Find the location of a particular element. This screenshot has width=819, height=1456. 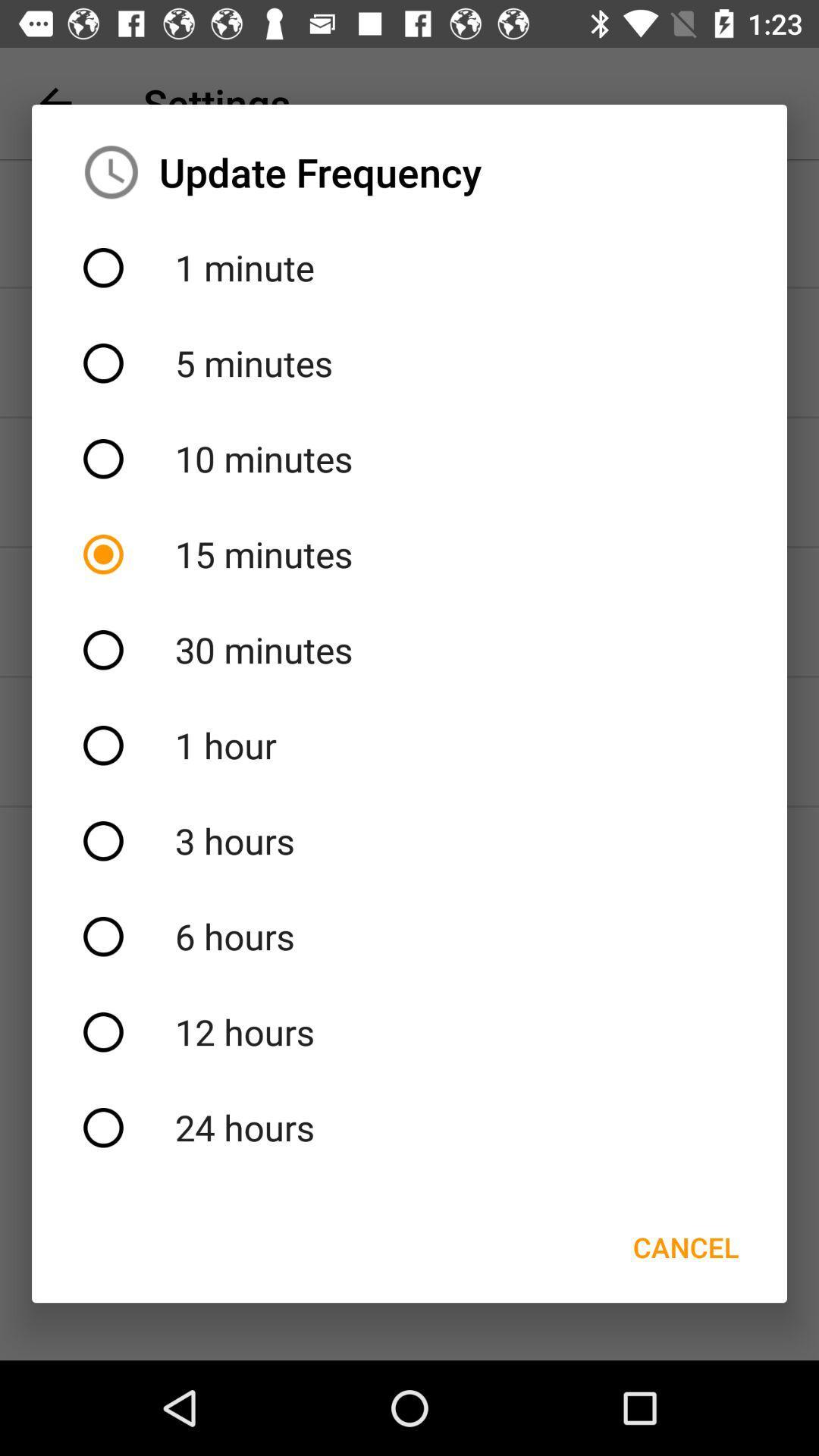

the 10 minutes is located at coordinates (409, 458).